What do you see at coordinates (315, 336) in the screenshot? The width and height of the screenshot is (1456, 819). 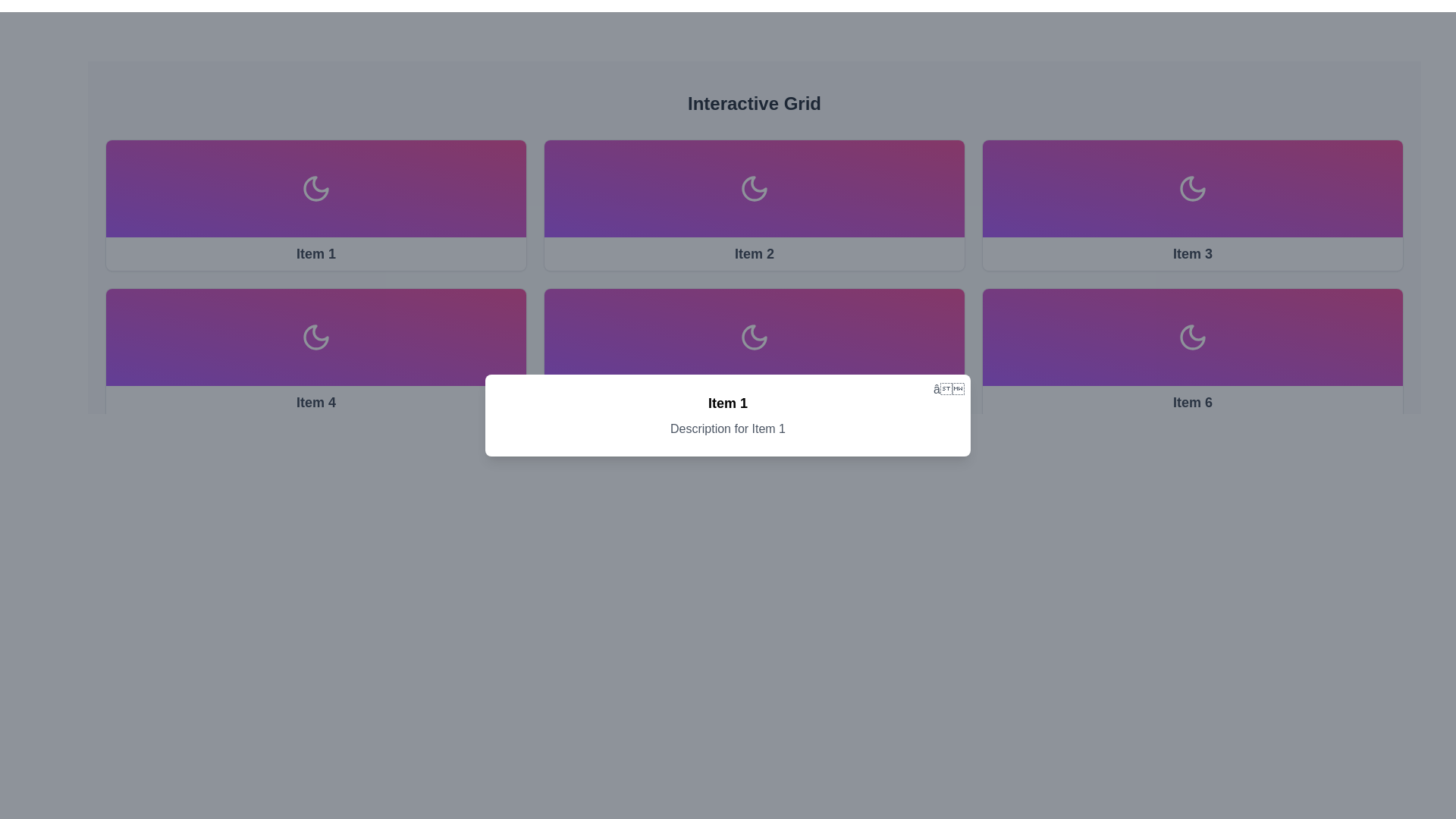 I see `the crescent moon icon with a white outline located in the center of the fourth item in a grid layout within the bottom row, which has a purple-pink gradient background and the text 'Item 4' below it` at bounding box center [315, 336].